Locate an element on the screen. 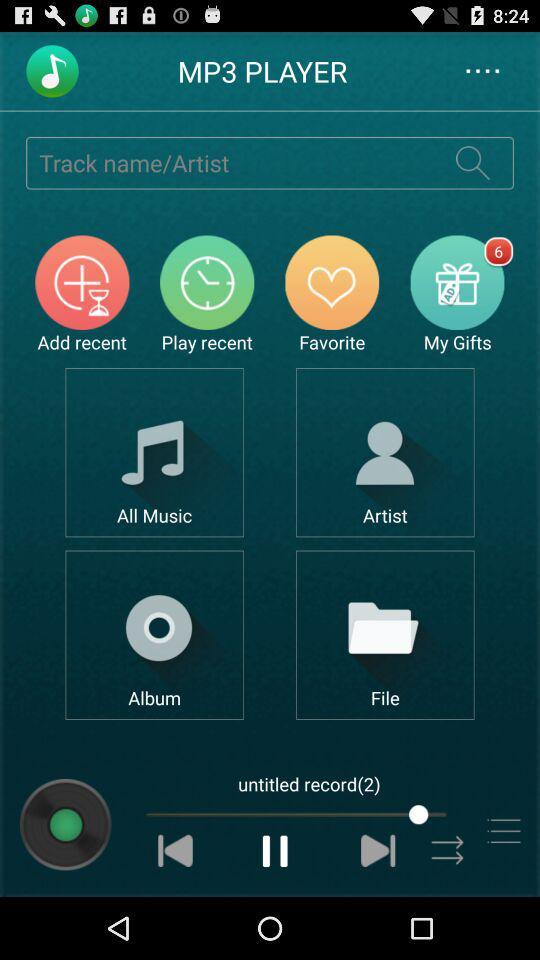 The image size is (540, 960). record is located at coordinates (65, 824).